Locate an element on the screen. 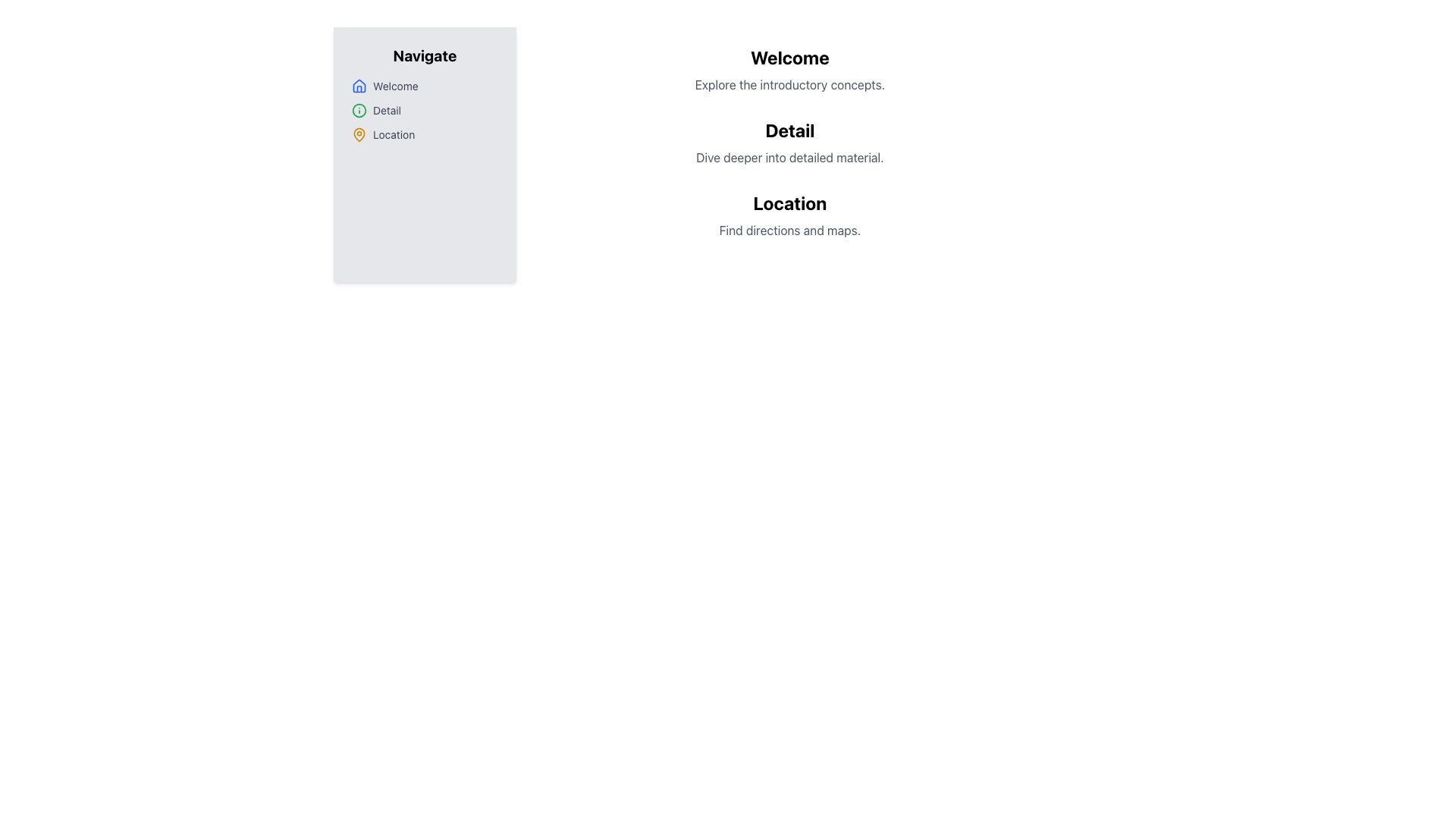  the prominent textual heading styled with a bold font displaying 'Welcome' located at the top of the content area is located at coordinates (789, 57).